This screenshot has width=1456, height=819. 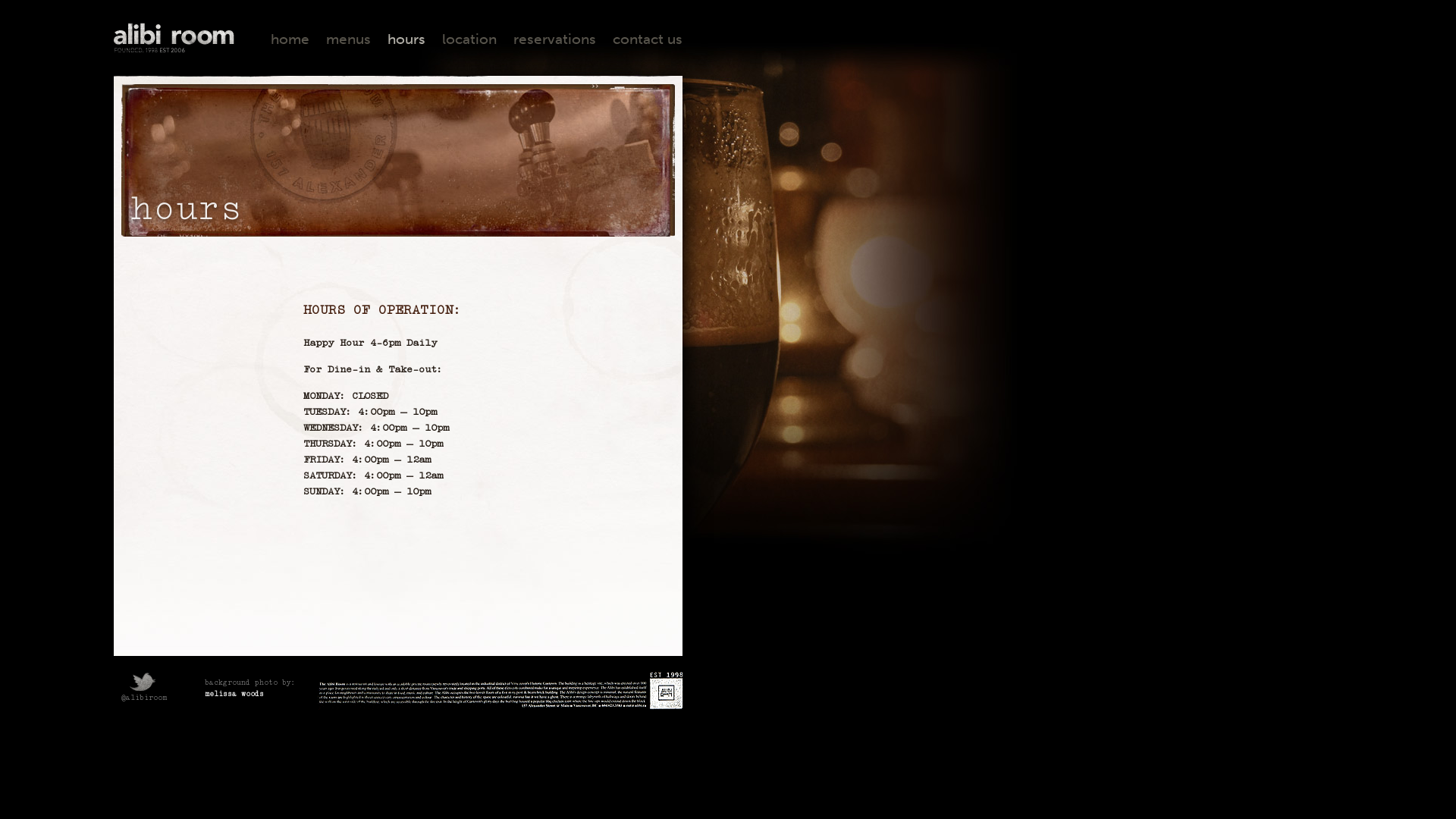 What do you see at coordinates (648, 38) in the screenshot?
I see `'contact us'` at bounding box center [648, 38].